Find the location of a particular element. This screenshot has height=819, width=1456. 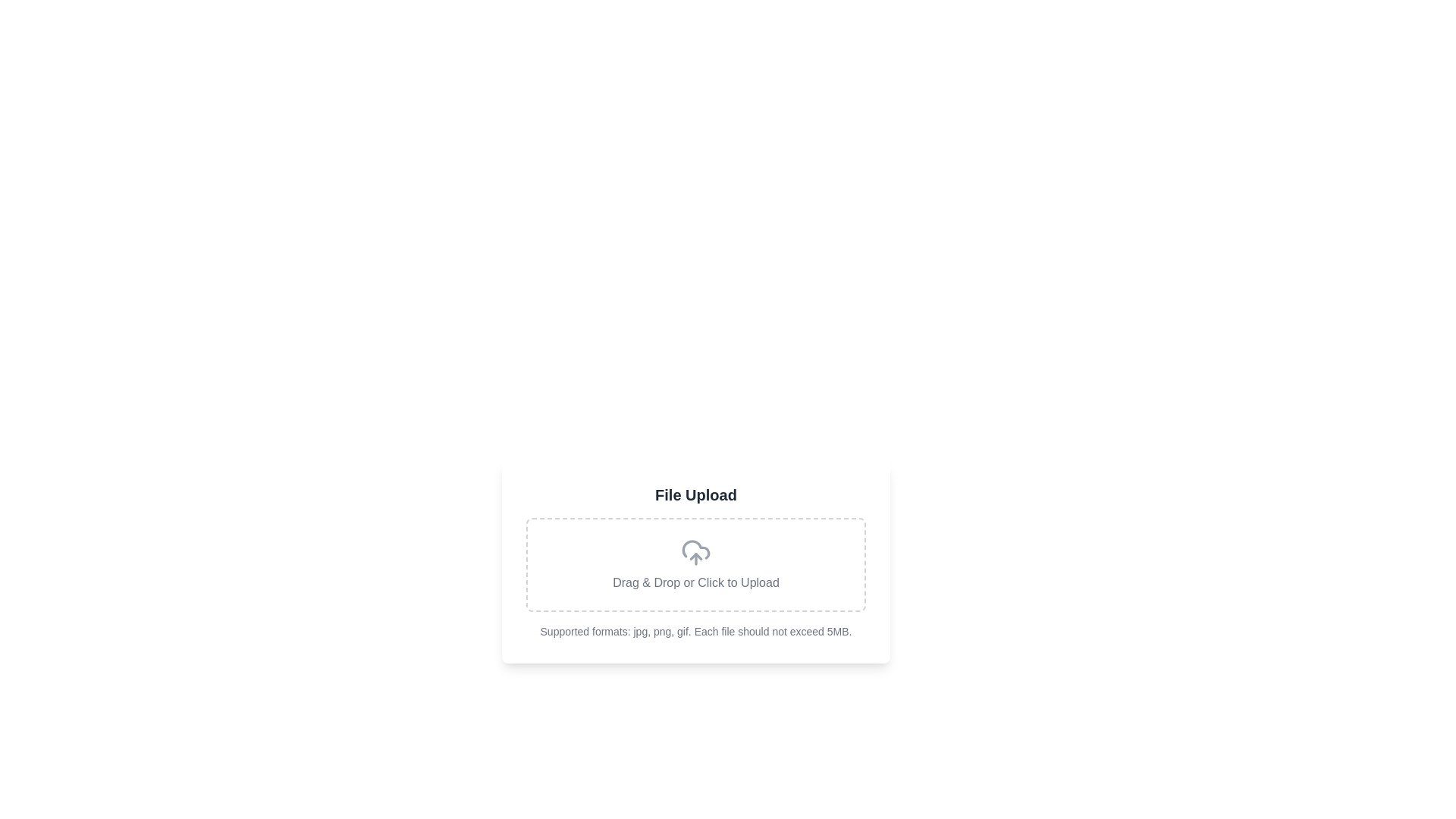

and drop files into the upload area of the File Upload interface component, which is visually characterized by a white background, rounded corners, and a dashed box indicating where is located at coordinates (695, 561).